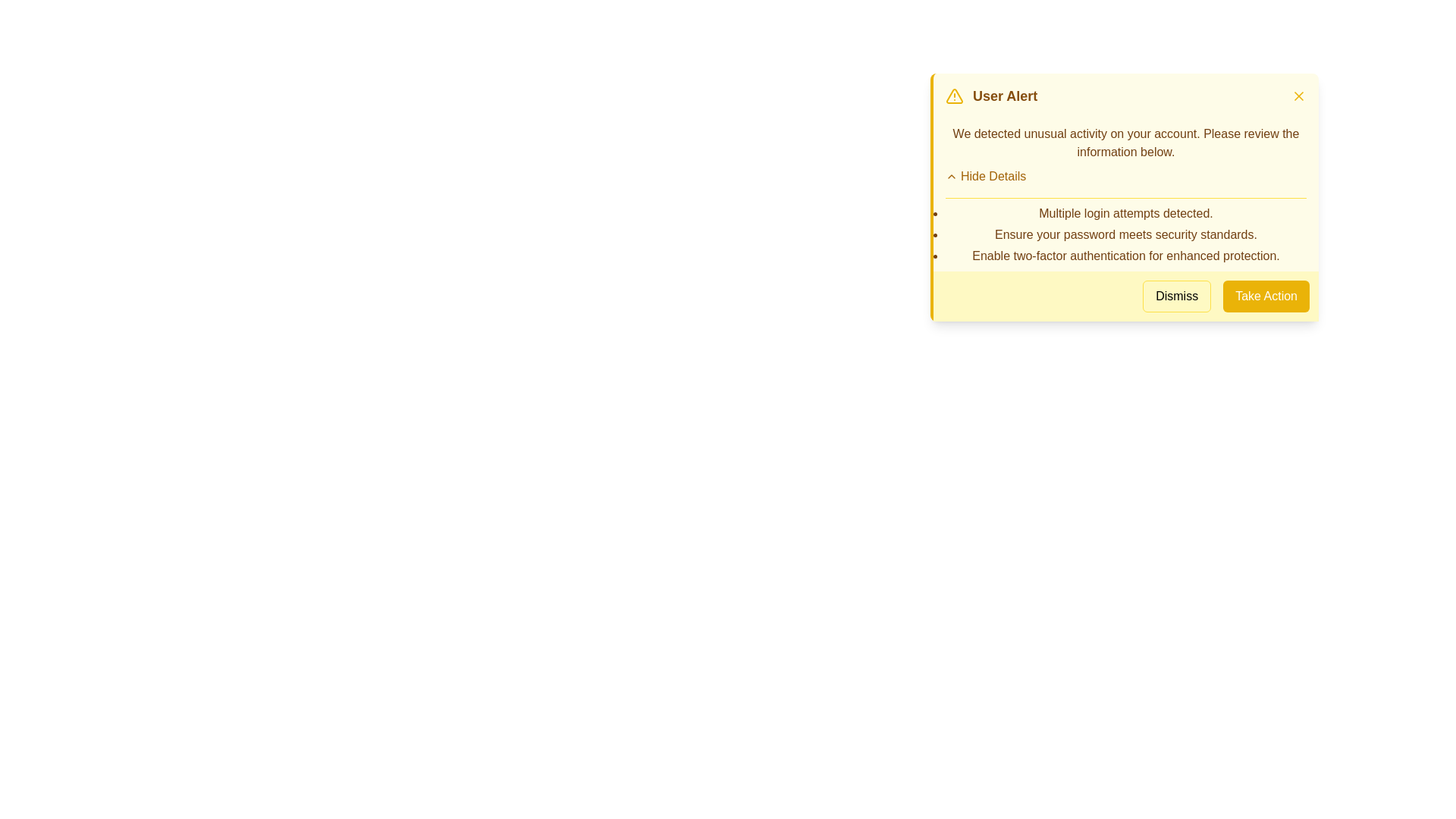 The image size is (1456, 819). What do you see at coordinates (953, 96) in the screenshot?
I see `the warning icon located at the top left of the alert box, which is aligned to the left of the header text 'User Alert'` at bounding box center [953, 96].